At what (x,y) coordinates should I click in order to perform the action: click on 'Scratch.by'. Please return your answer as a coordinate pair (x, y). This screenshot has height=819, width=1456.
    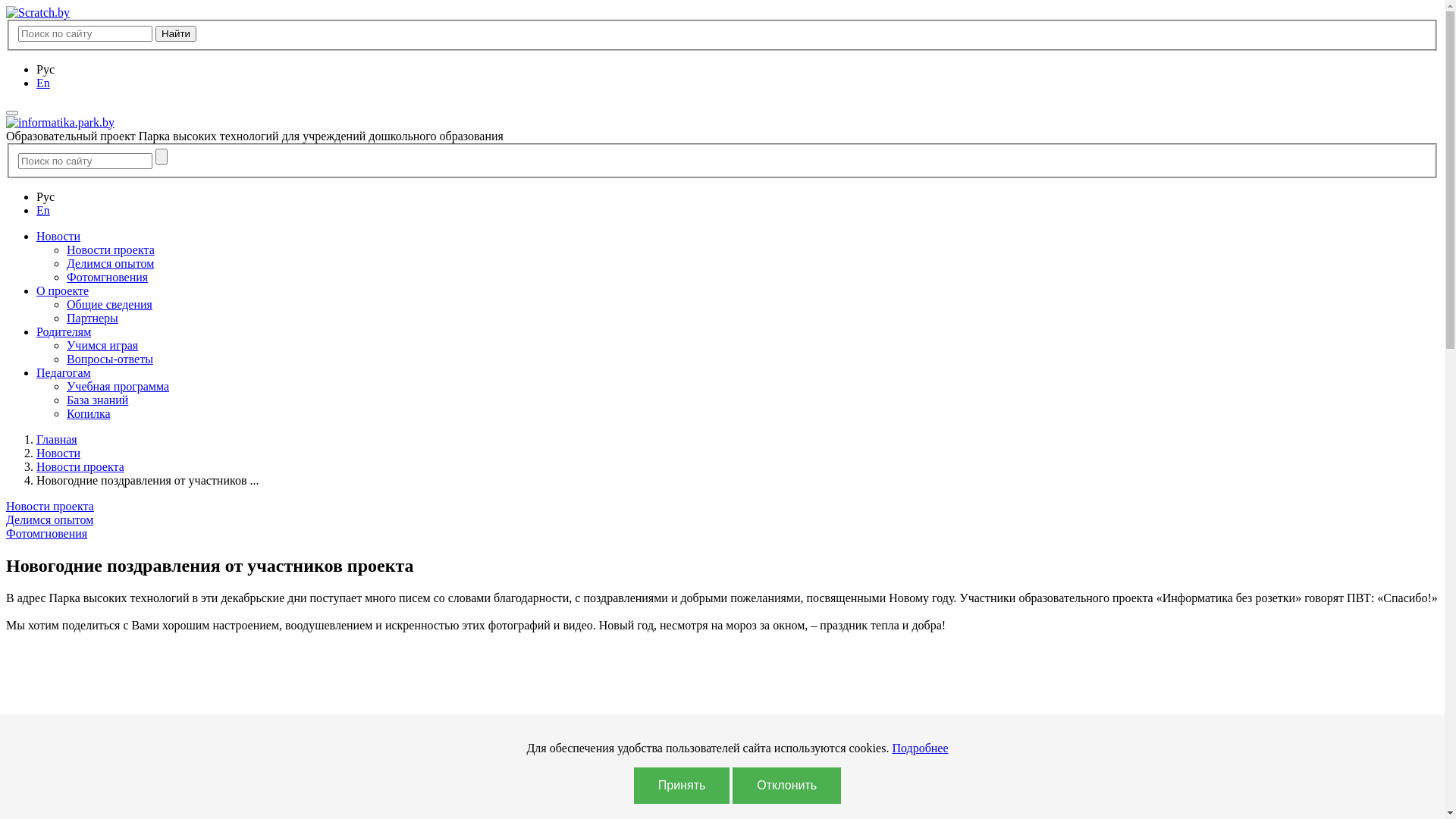
    Looking at the image, I should click on (37, 12).